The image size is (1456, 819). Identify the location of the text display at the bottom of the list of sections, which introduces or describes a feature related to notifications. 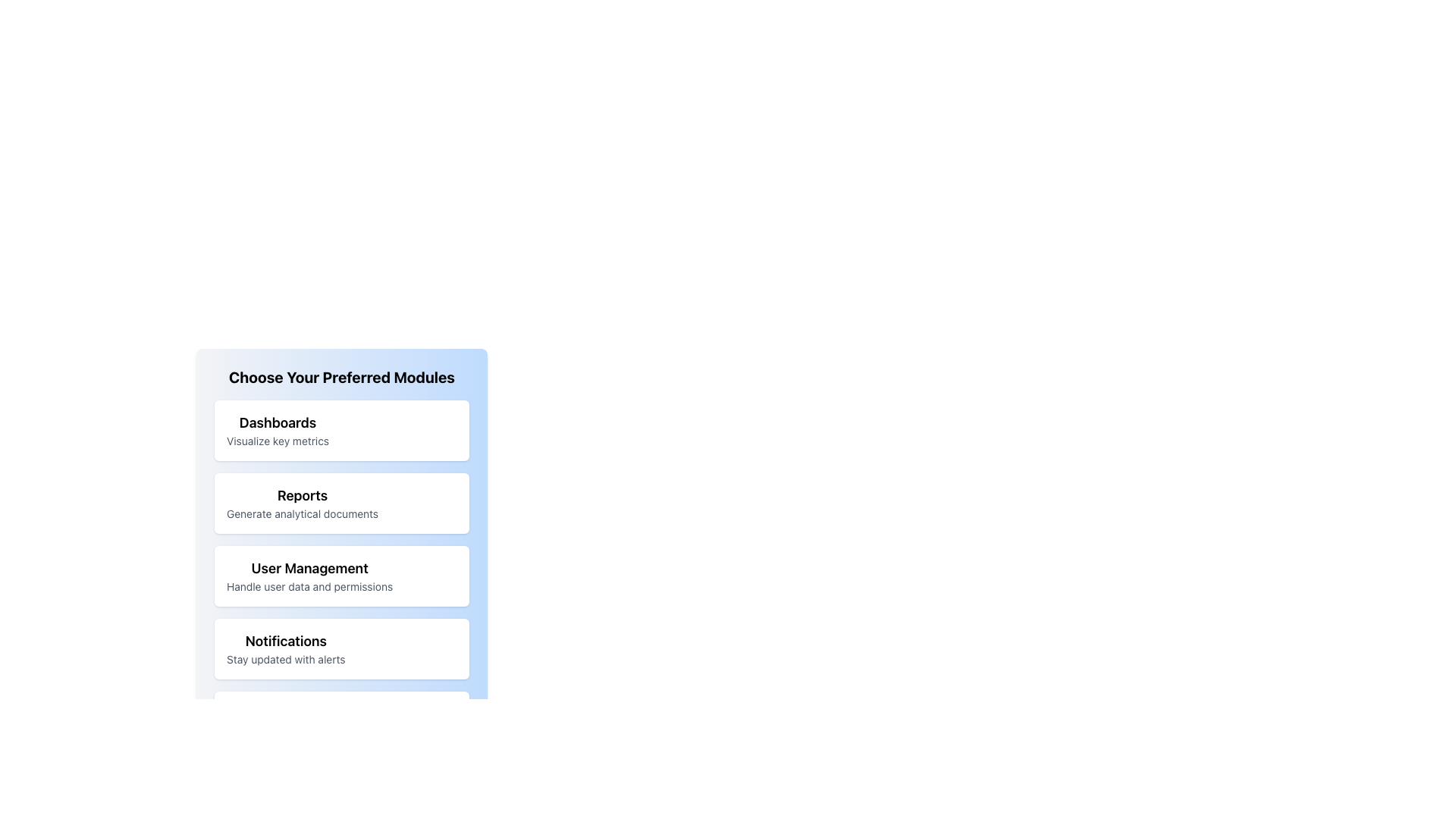
(286, 648).